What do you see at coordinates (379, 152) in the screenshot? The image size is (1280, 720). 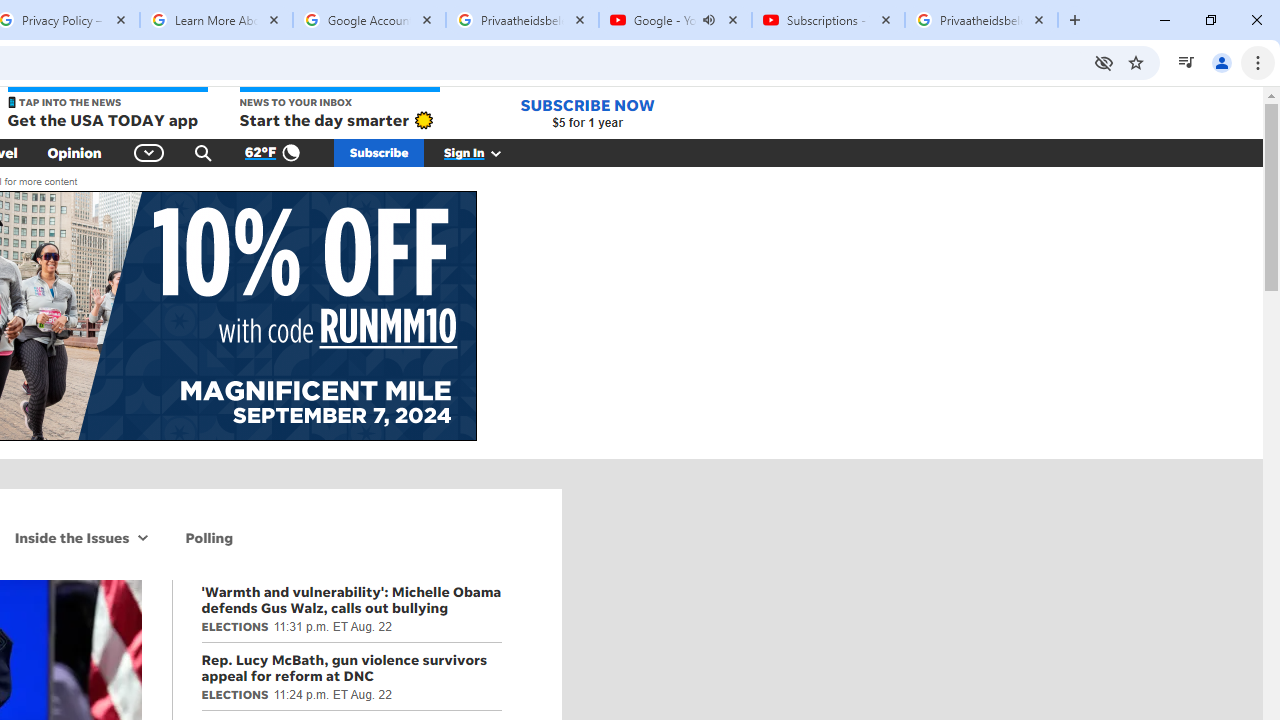 I see `'Subscribe'` at bounding box center [379, 152].